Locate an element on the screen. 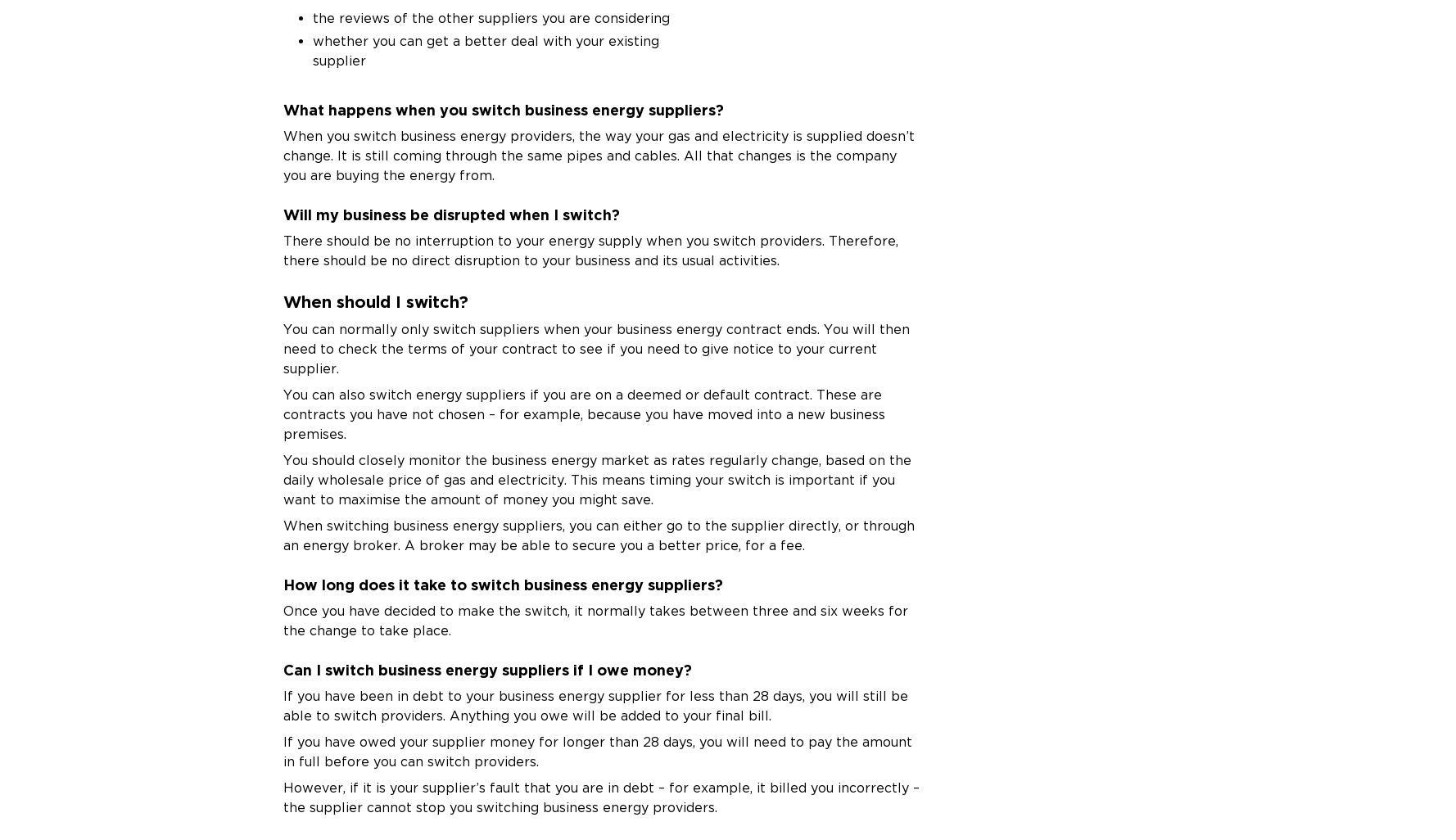  'What happens when you switch business energy suppliers?' is located at coordinates (503, 109).